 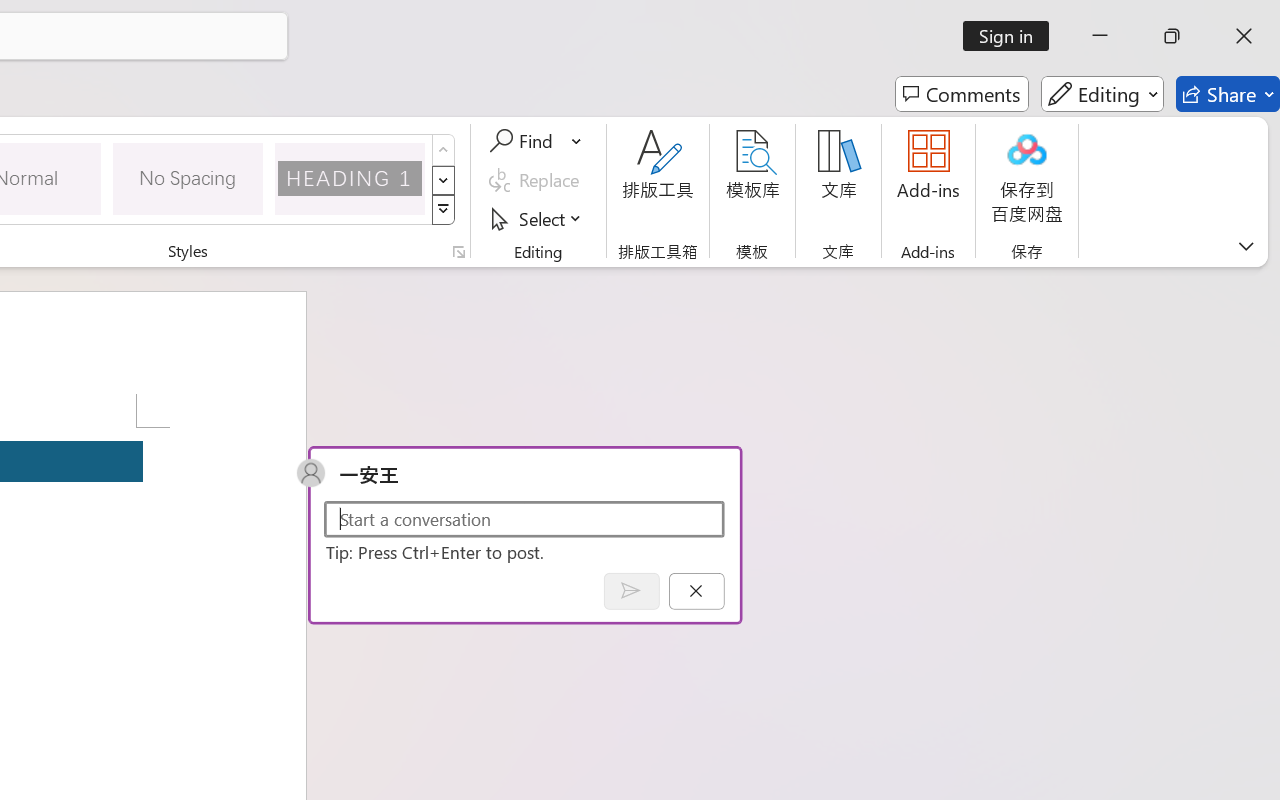 What do you see at coordinates (1101, 94) in the screenshot?
I see `'Editing'` at bounding box center [1101, 94].